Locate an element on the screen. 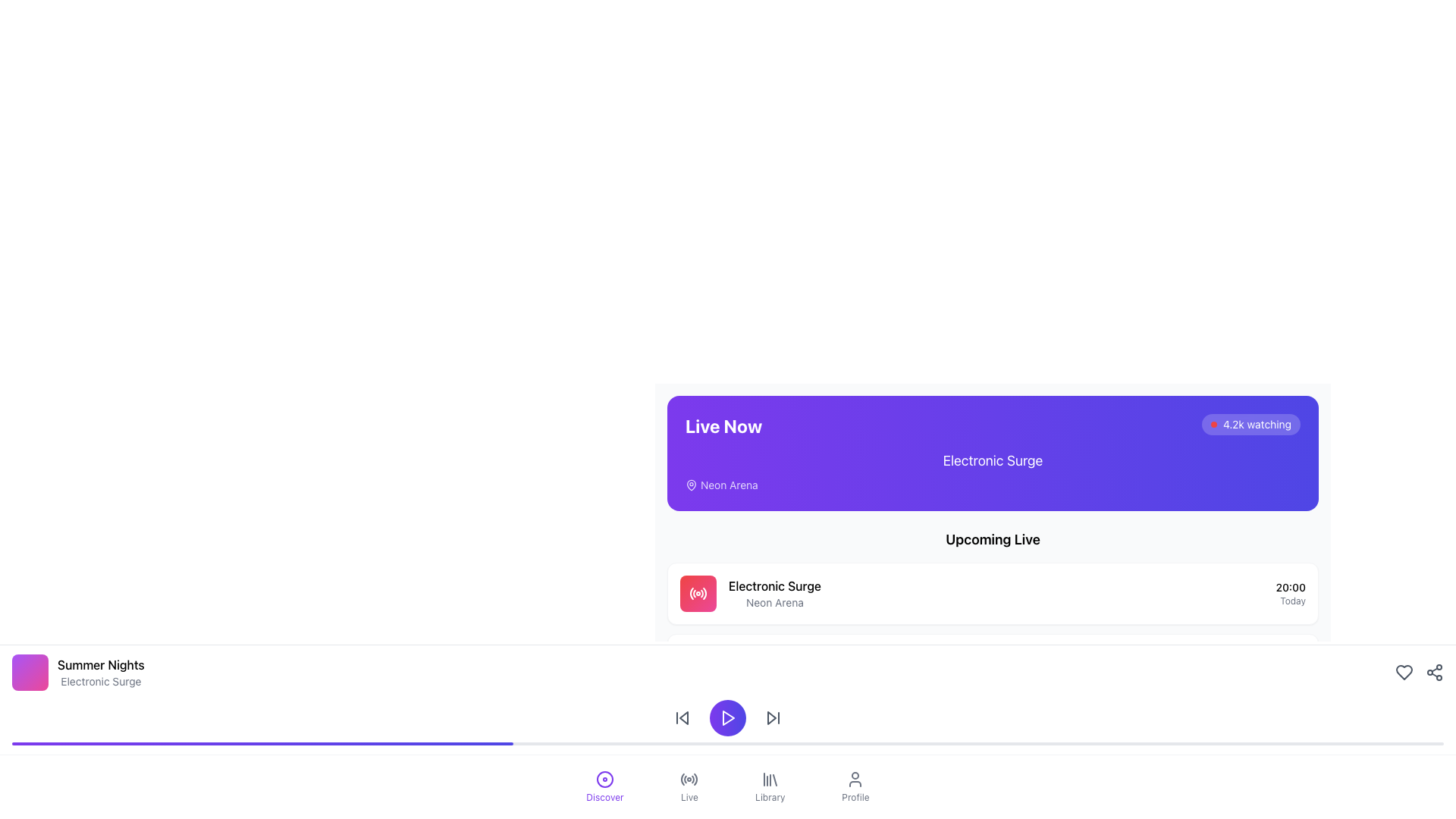 This screenshot has width=1456, height=819. the Media item display that features a purple-to-pink gradient square on the left and the text 'Summer Nights' and 'Electronic Surge' on the right is located at coordinates (77, 672).